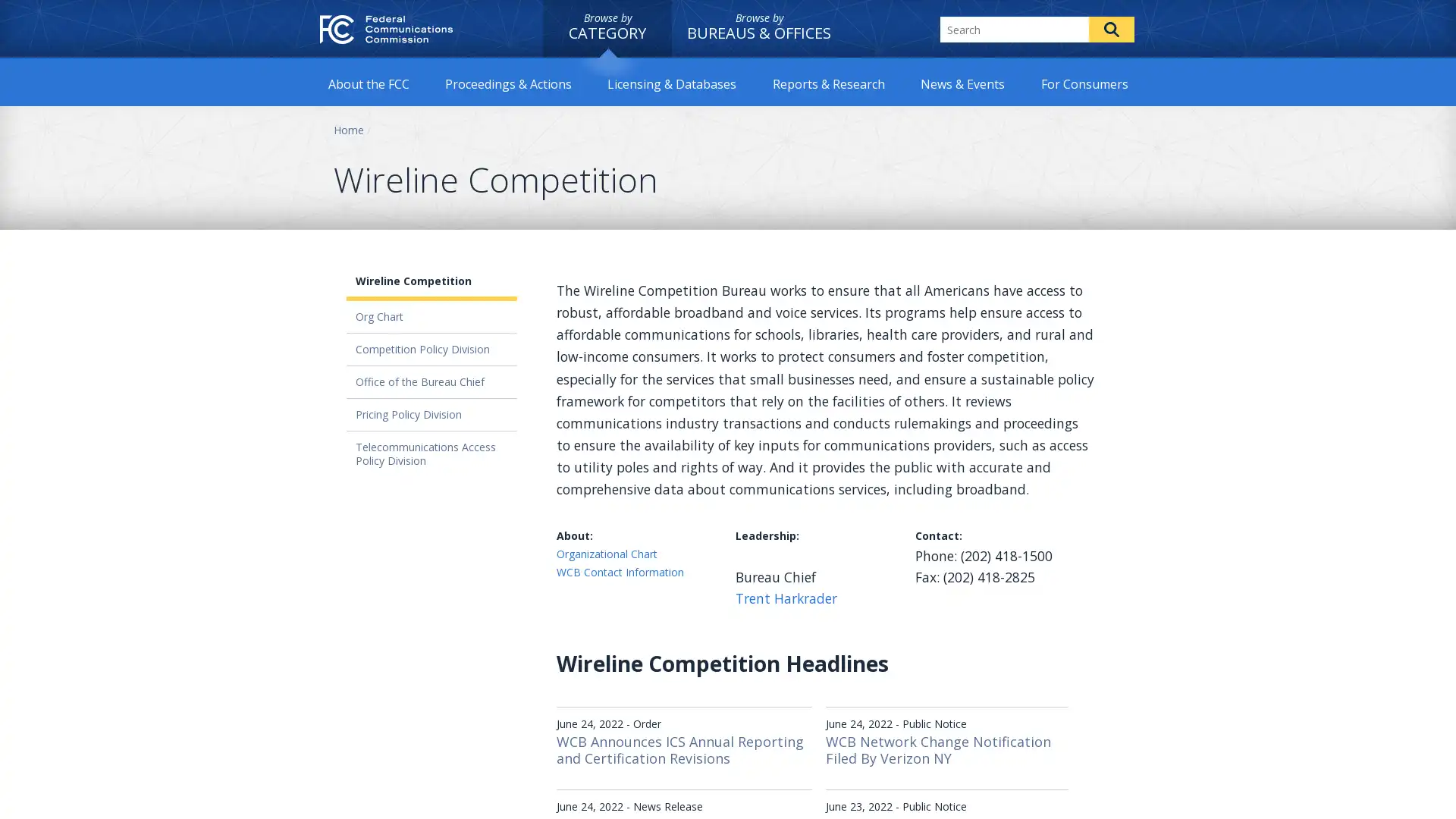 Image resolution: width=1456 pixels, height=819 pixels. Describe the element at coordinates (1111, 29) in the screenshot. I see `Search` at that location.